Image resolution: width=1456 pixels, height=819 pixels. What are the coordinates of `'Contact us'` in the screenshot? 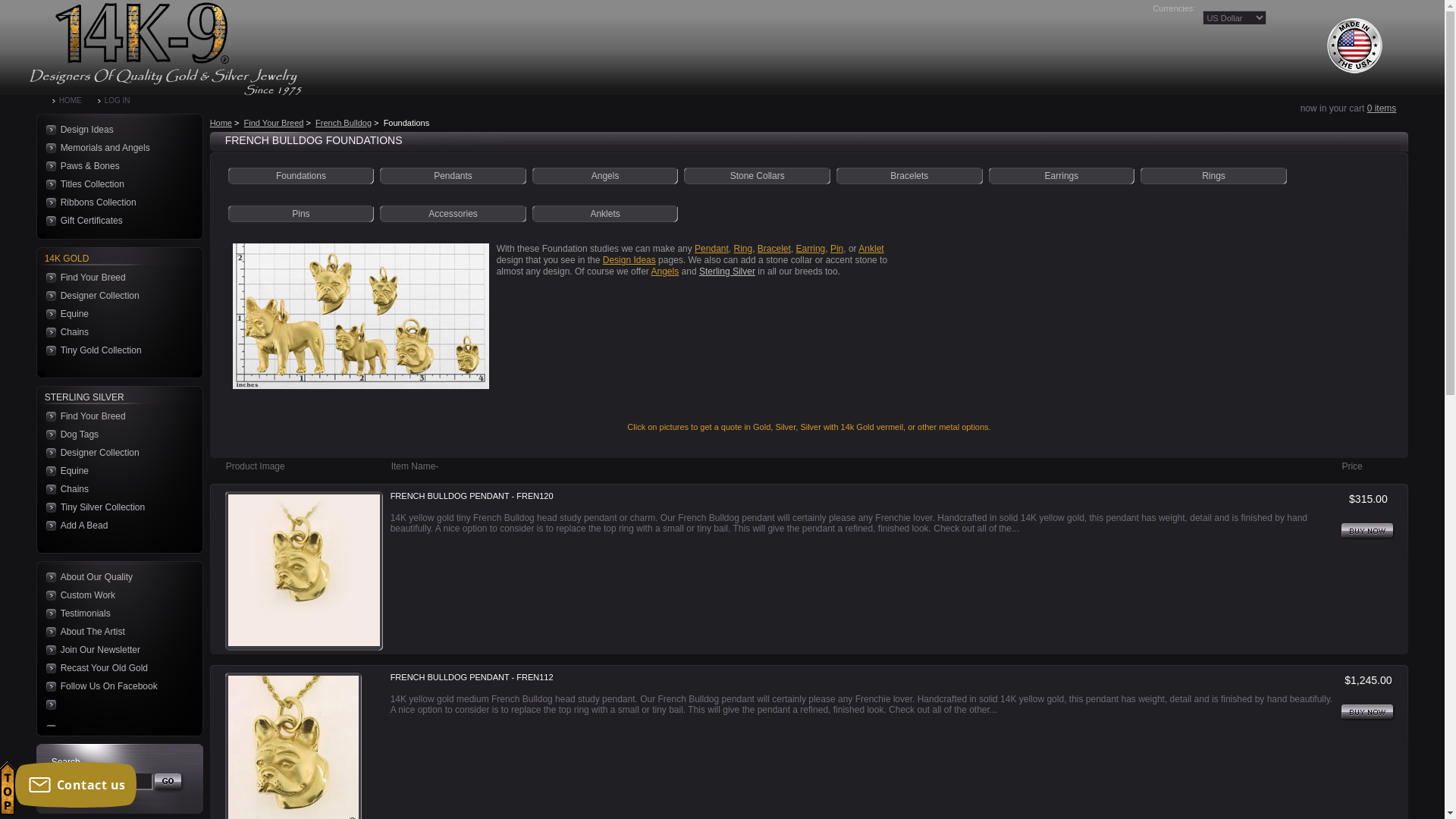 It's located at (75, 784).